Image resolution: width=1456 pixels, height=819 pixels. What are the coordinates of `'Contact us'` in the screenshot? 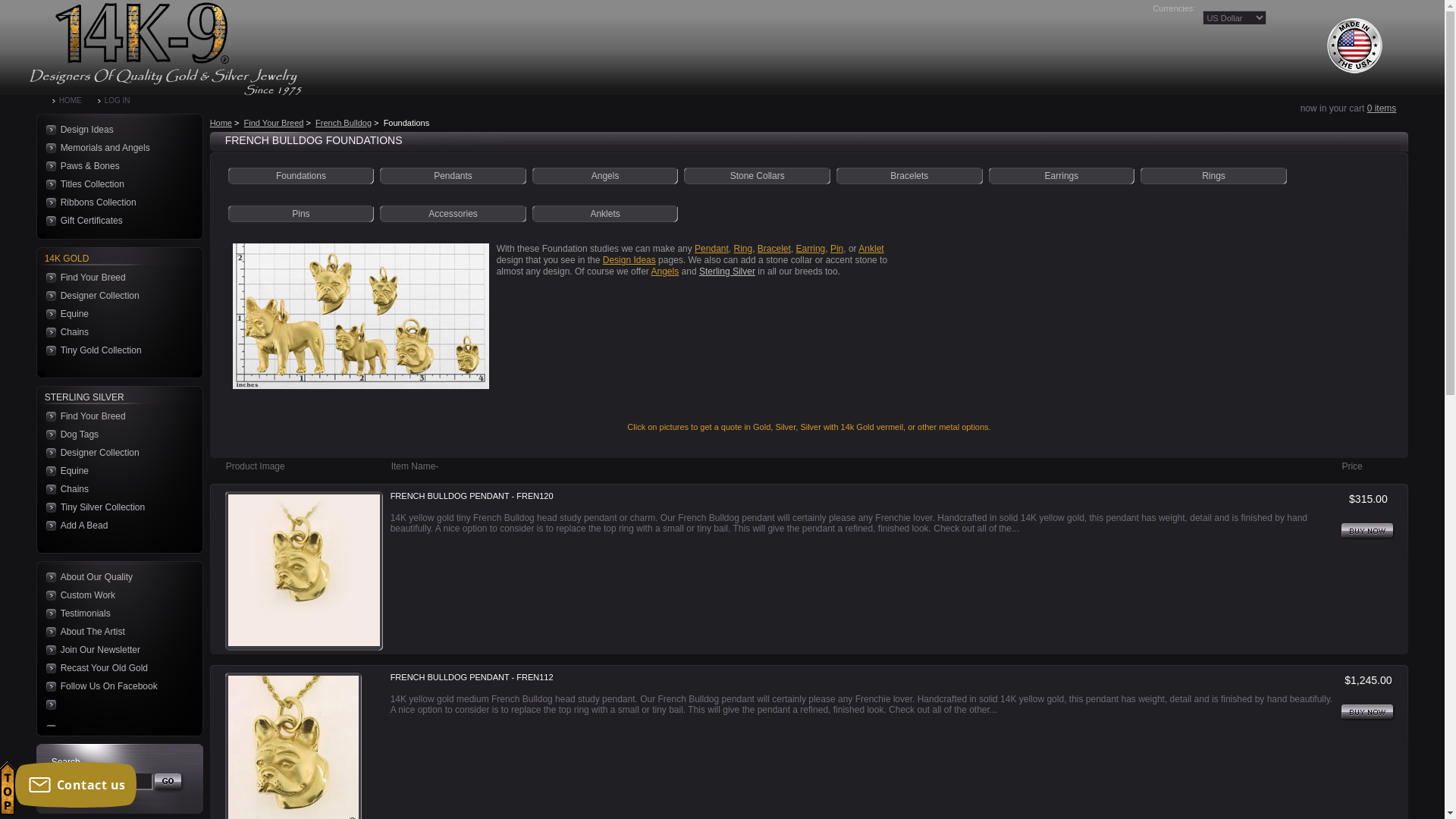 It's located at (75, 784).